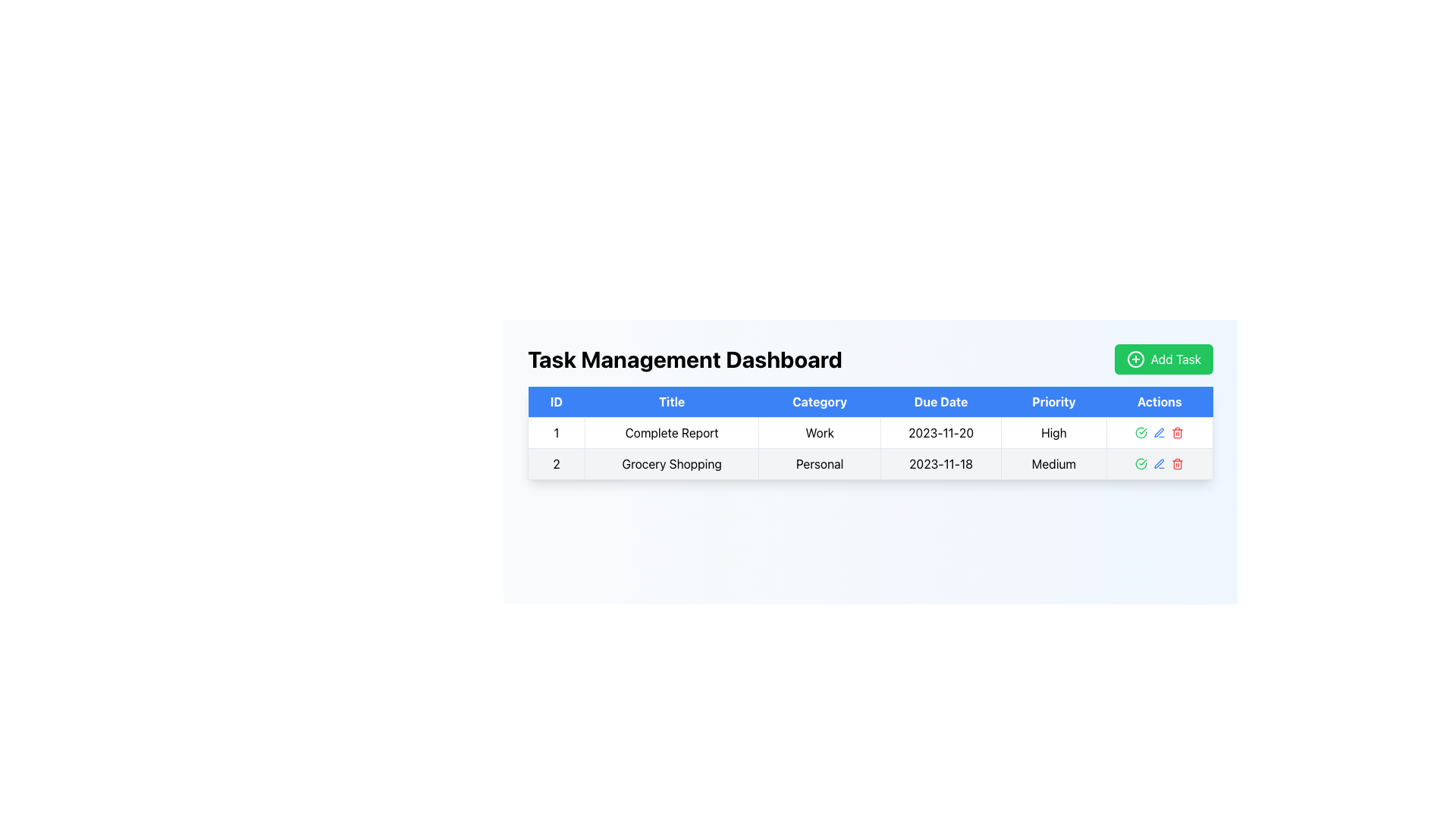  What do you see at coordinates (1159, 432) in the screenshot?
I see `the pencil icon with a blue outline located in the 'Actions' column of the first row in the table` at bounding box center [1159, 432].